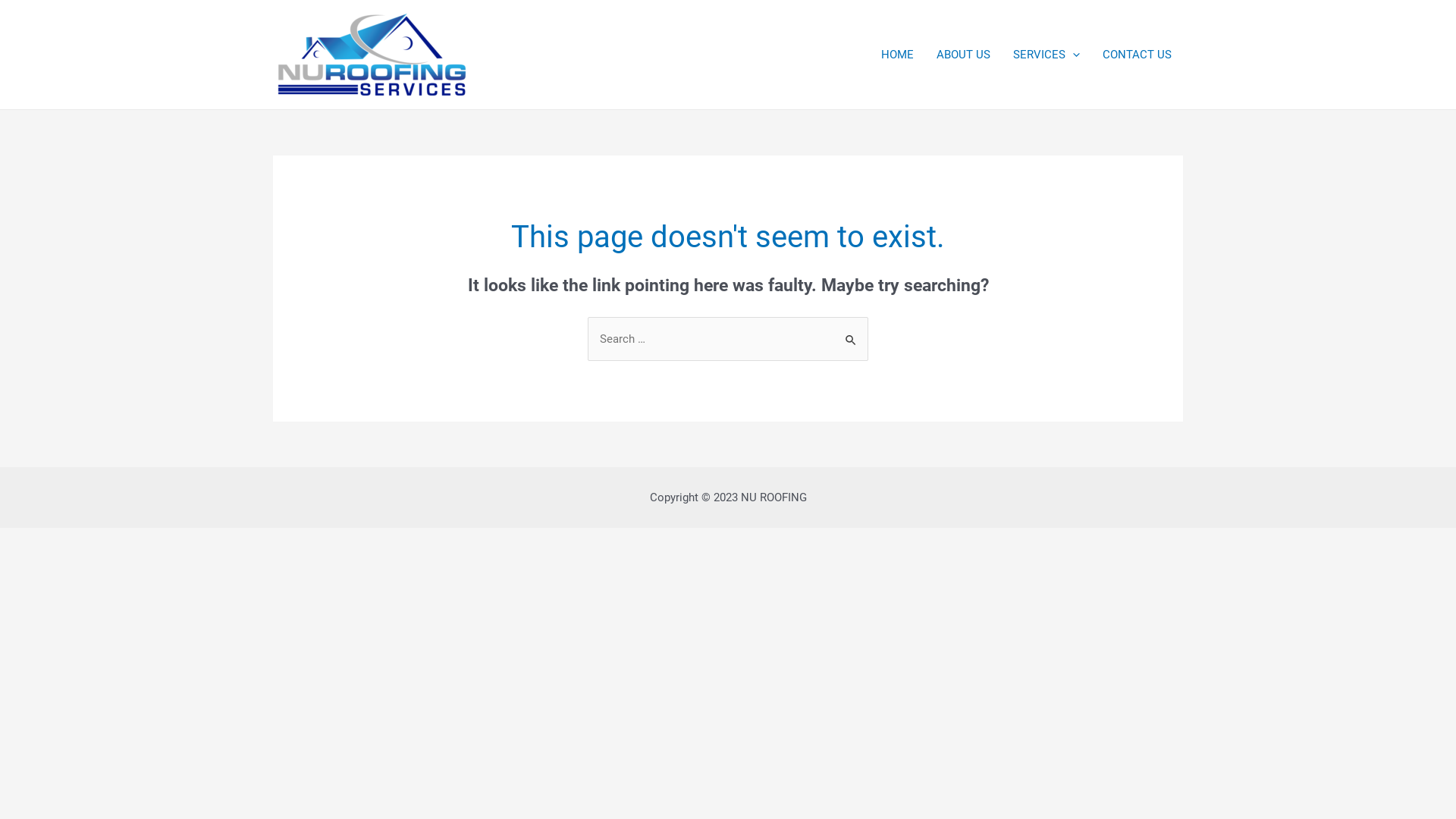  I want to click on 'Search', so click(851, 331).